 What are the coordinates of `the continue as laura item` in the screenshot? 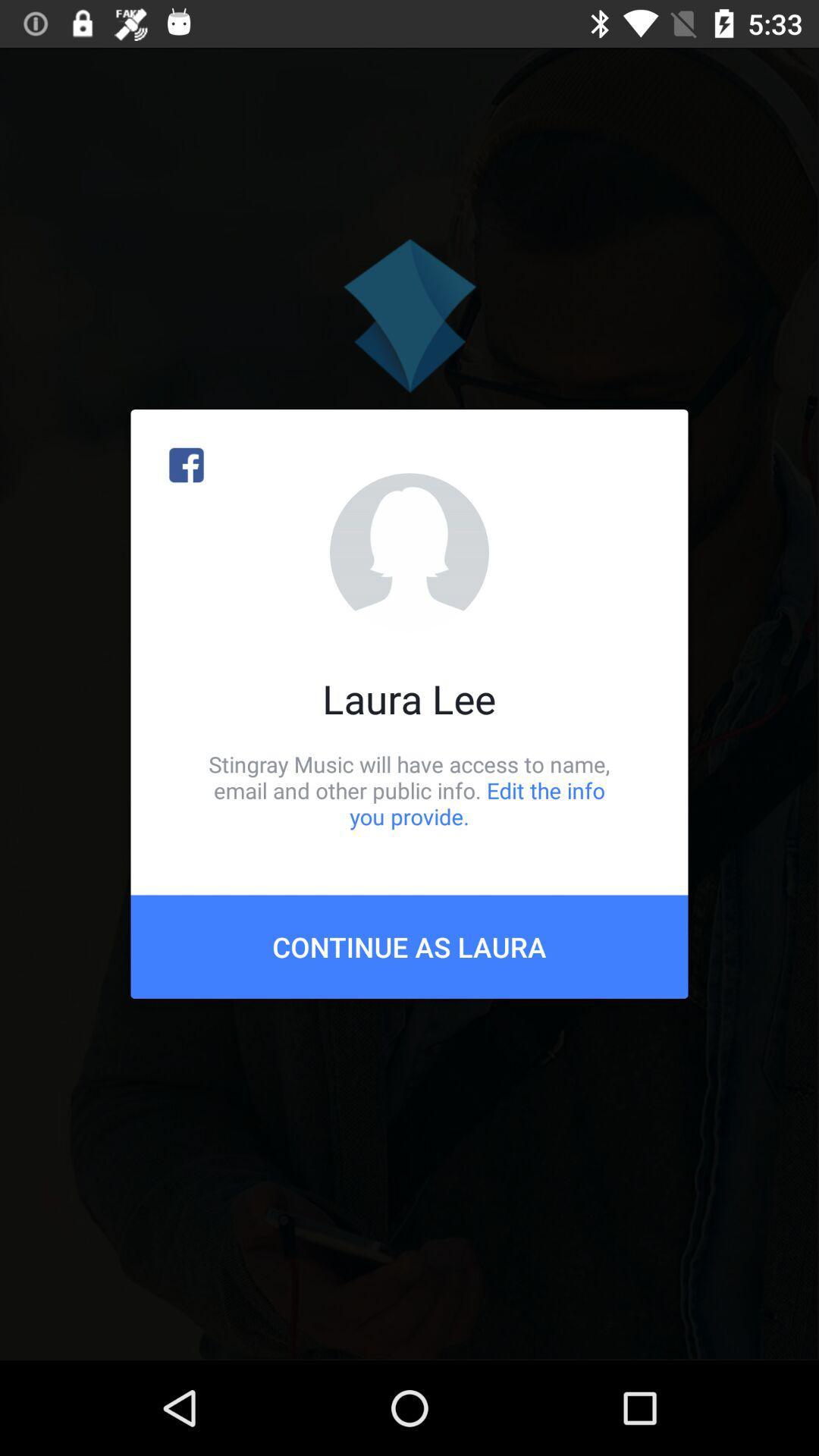 It's located at (409, 946).